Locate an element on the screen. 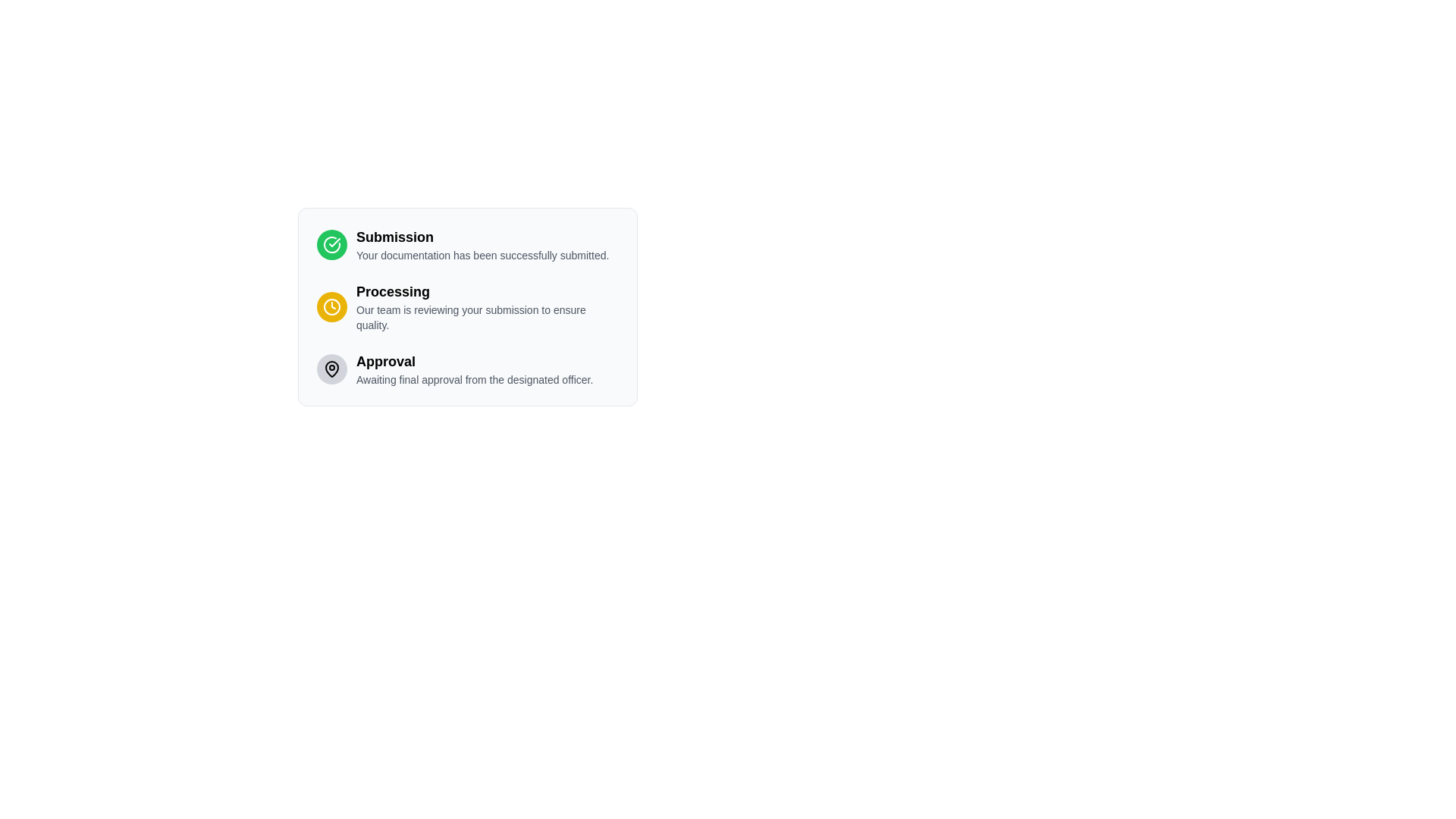  the 'Processing' status icon, which is styled with a yellow circular background and is located within the 'Processing' step of the card layout is located at coordinates (331, 307).